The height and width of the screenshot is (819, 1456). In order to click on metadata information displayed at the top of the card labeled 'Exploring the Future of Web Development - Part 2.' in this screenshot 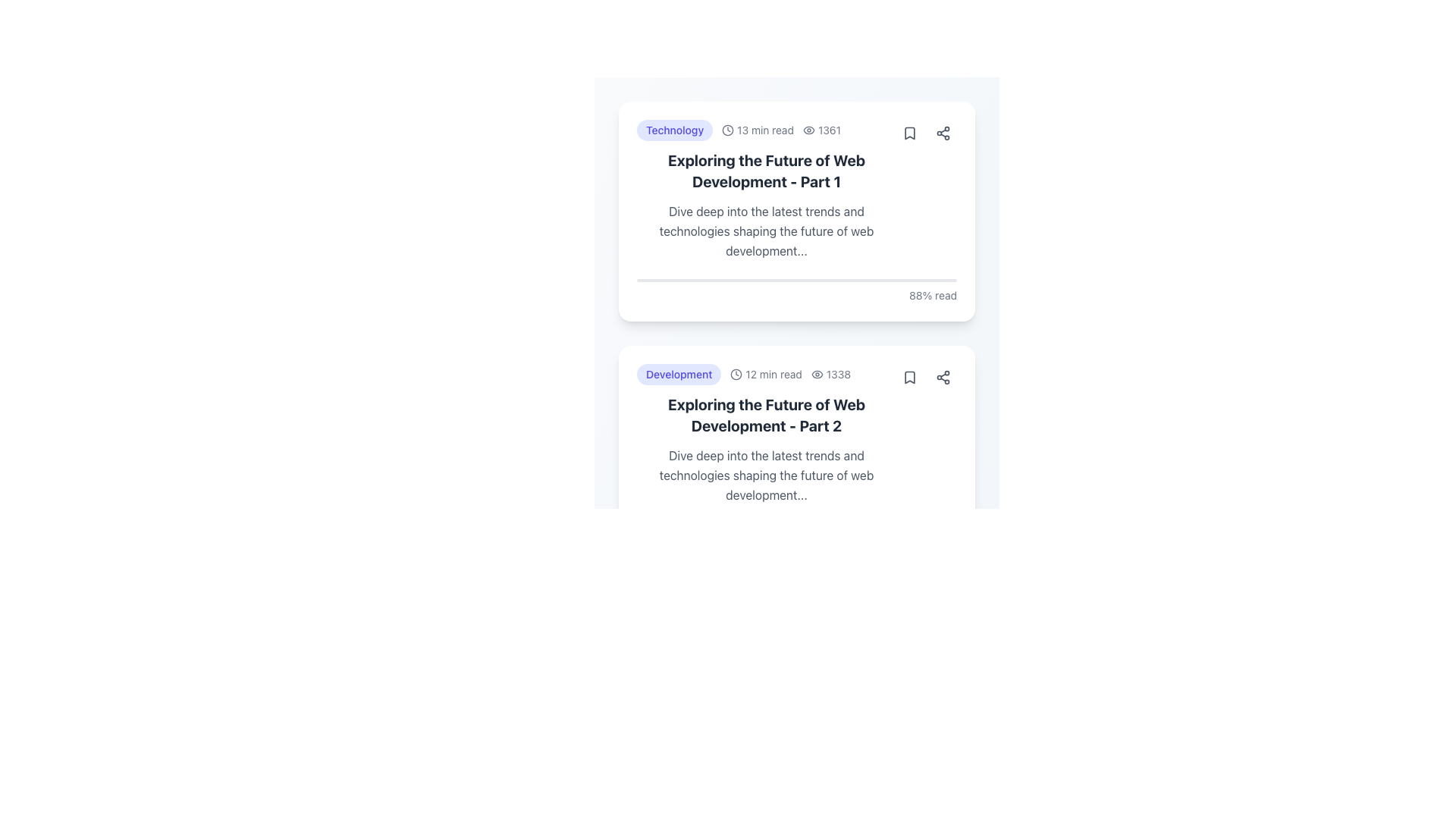, I will do `click(767, 374)`.